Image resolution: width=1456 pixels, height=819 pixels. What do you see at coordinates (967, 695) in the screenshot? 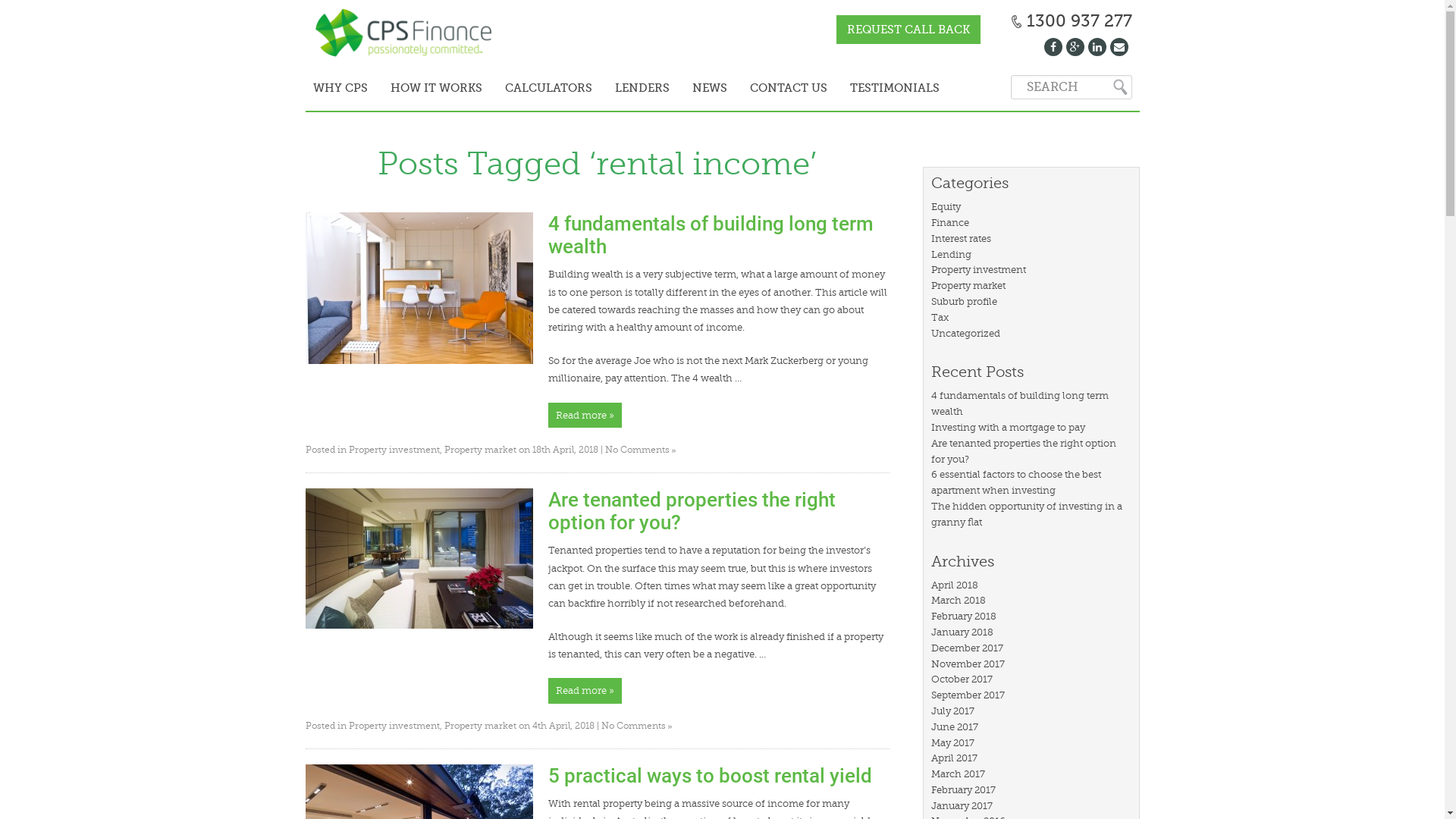
I see `'September 2017'` at bounding box center [967, 695].